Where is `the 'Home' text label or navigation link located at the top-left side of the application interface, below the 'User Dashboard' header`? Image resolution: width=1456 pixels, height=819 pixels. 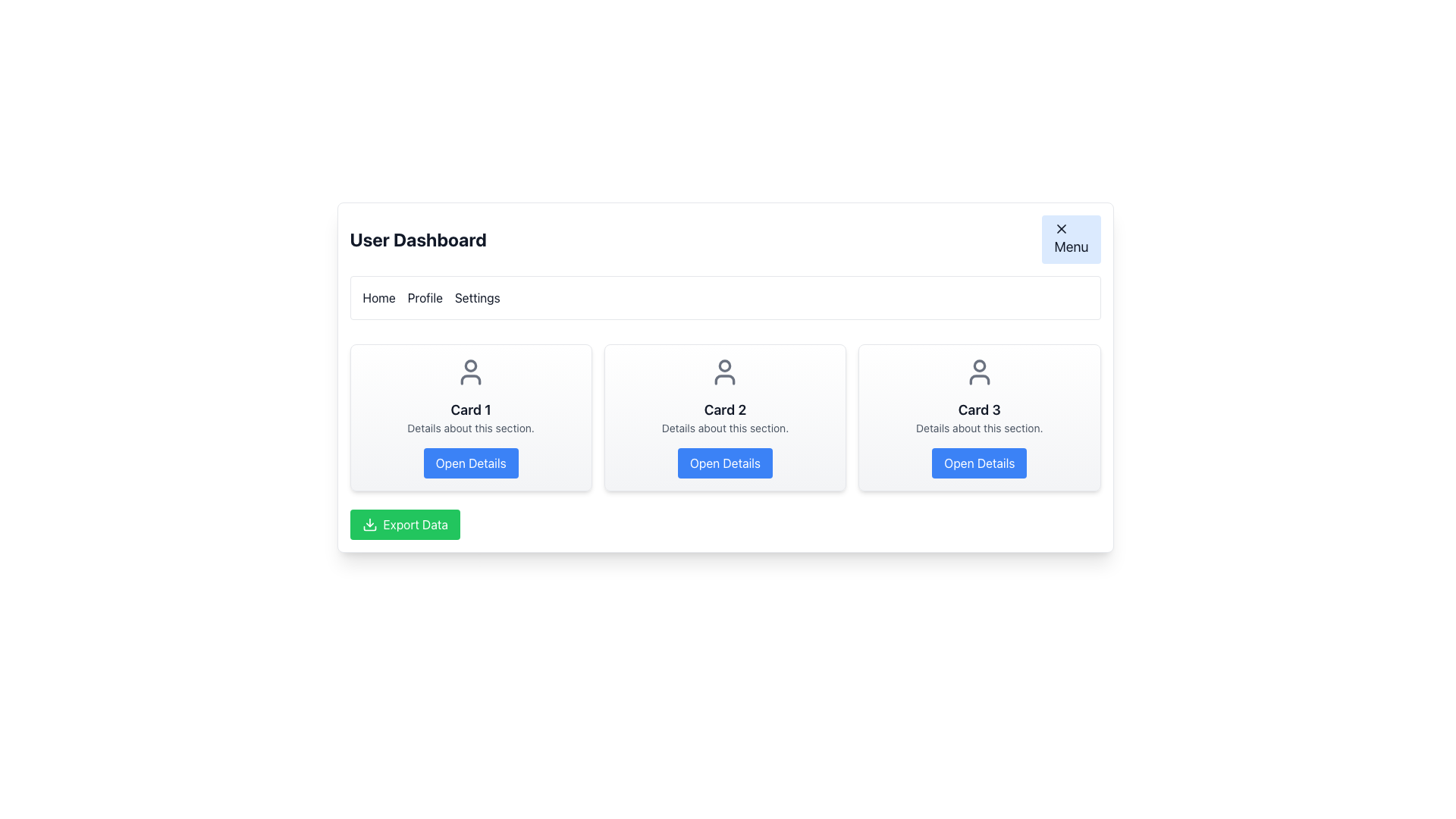
the 'Home' text label or navigation link located at the top-left side of the application interface, below the 'User Dashboard' header is located at coordinates (379, 298).